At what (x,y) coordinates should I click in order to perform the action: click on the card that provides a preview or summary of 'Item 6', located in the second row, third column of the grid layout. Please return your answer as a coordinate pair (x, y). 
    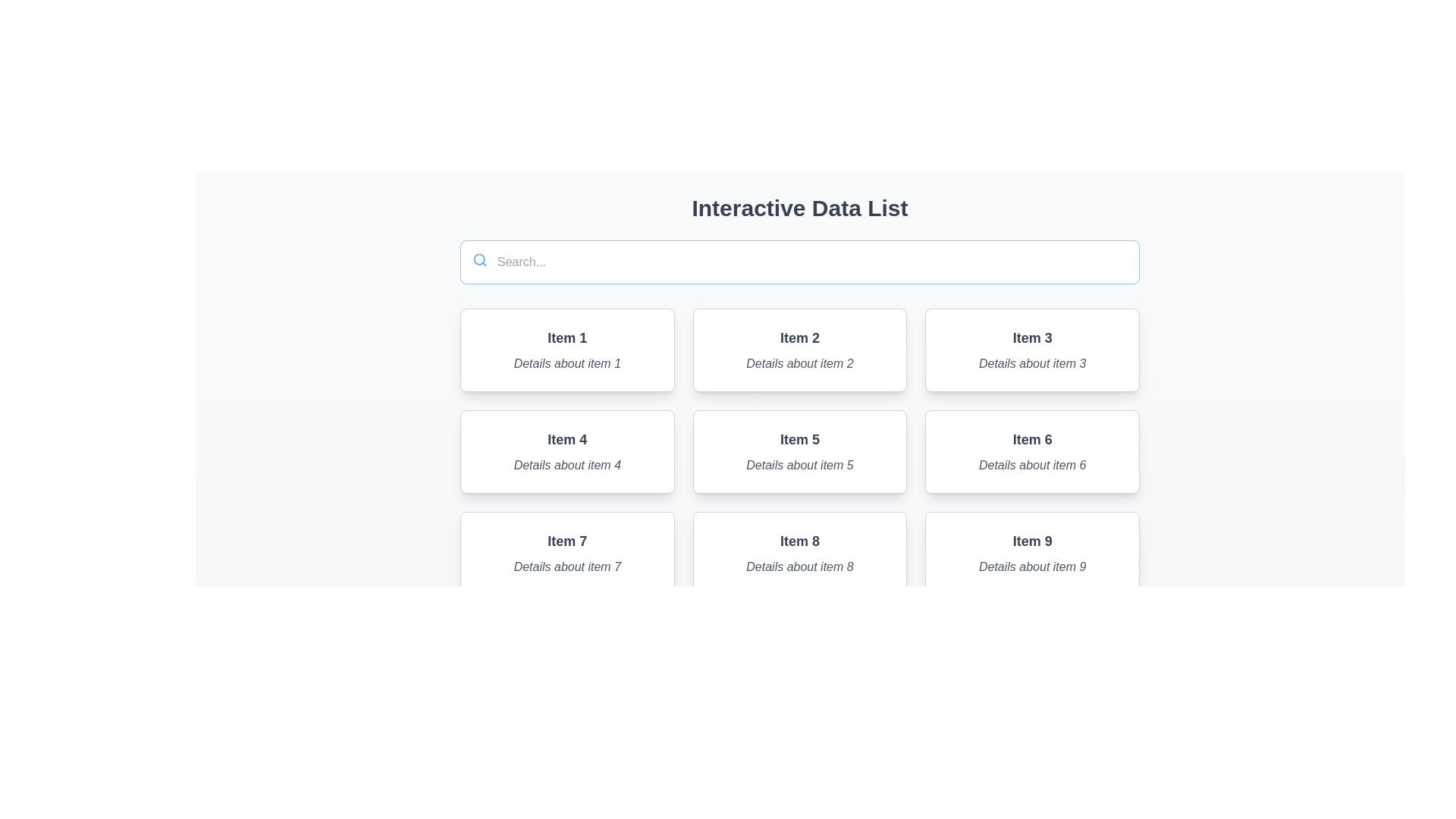
    Looking at the image, I should click on (1031, 451).